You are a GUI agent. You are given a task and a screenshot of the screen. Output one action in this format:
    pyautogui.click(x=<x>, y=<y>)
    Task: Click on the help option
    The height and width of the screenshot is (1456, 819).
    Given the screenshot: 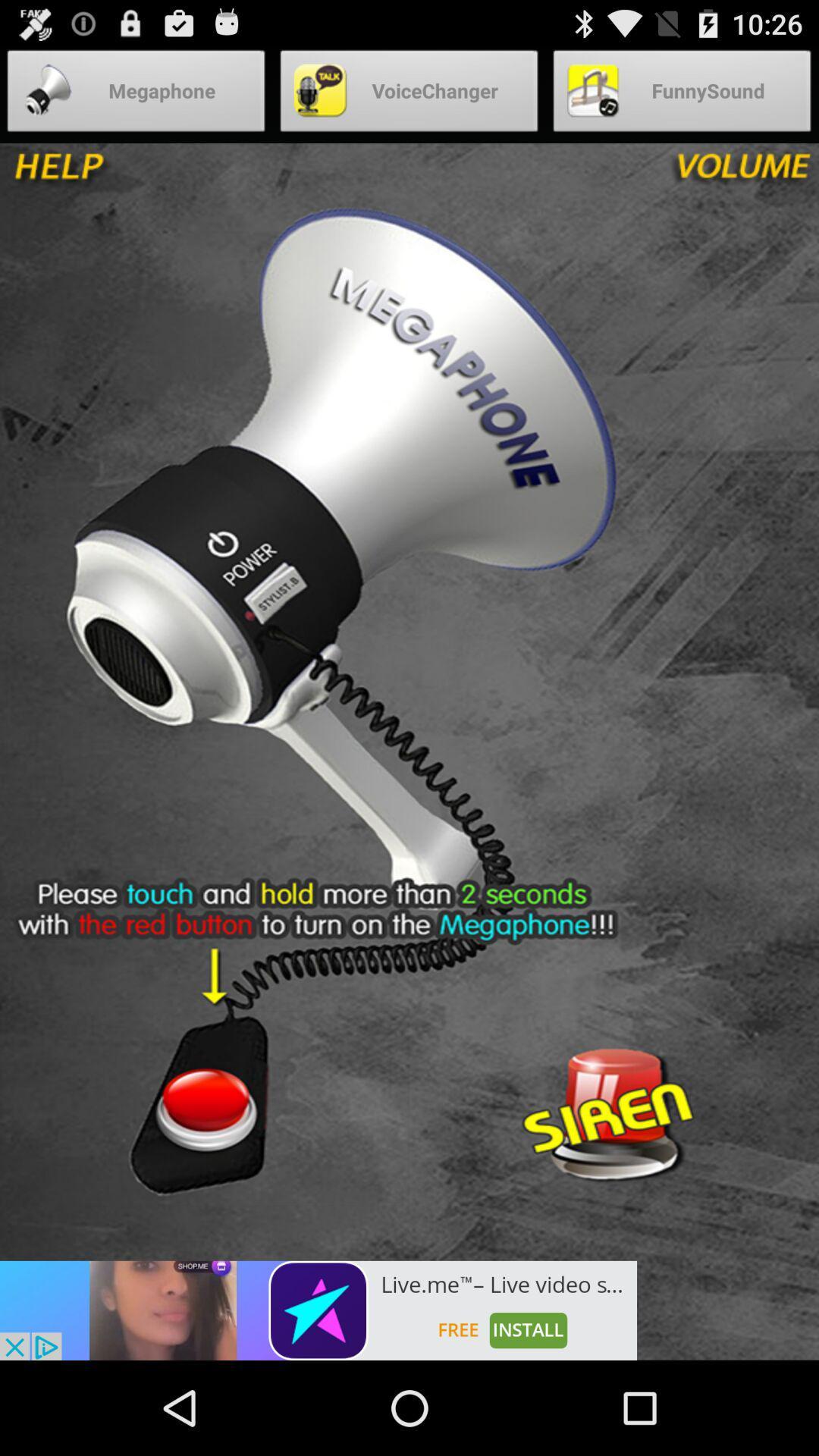 What is the action you would take?
    pyautogui.click(x=111, y=174)
    